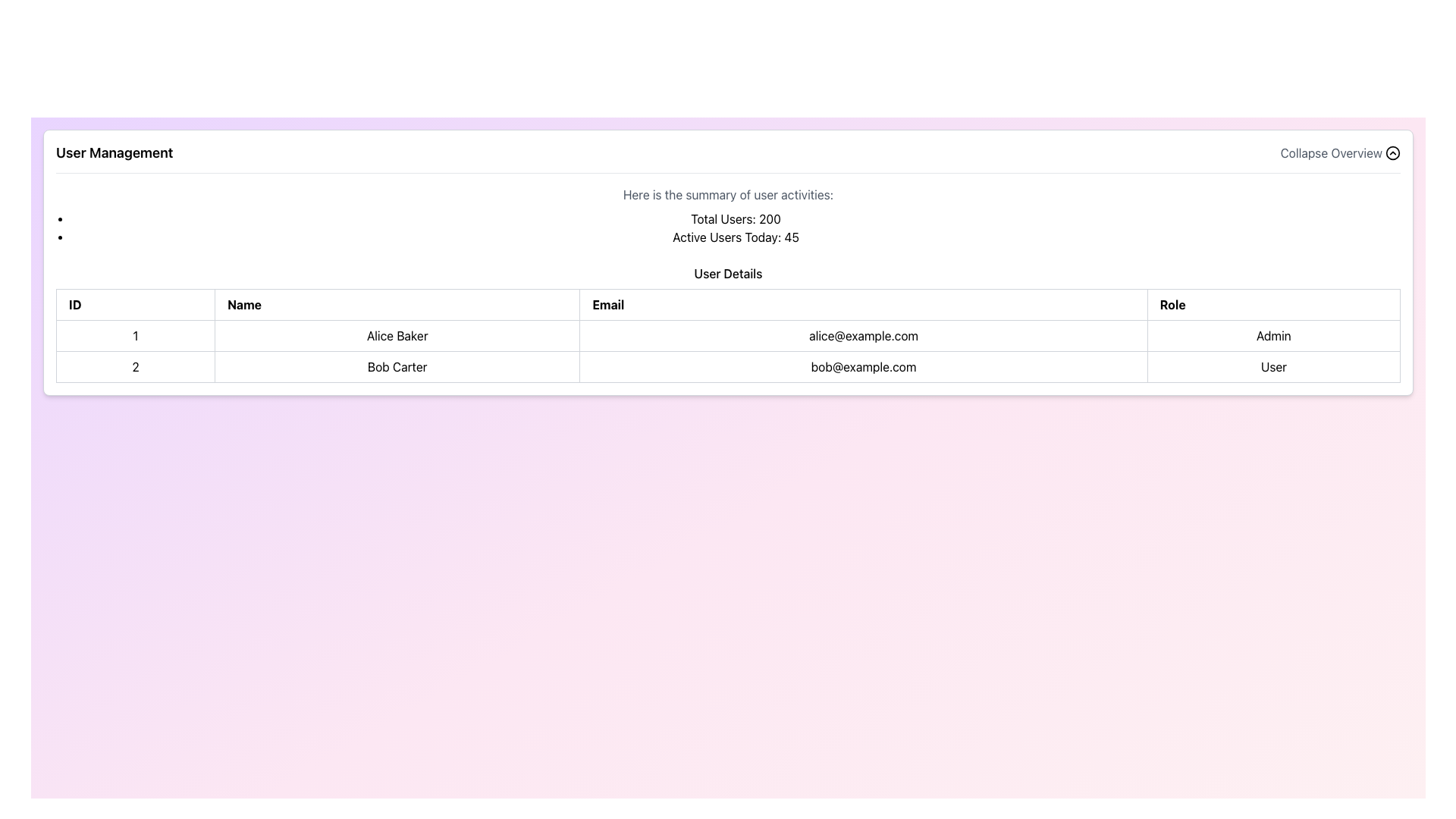 This screenshot has height=819, width=1456. What do you see at coordinates (1393, 152) in the screenshot?
I see `the chevron icon inside a circle located to the right of the 'Collapse Overview' label to provide a tooltip or indication` at bounding box center [1393, 152].